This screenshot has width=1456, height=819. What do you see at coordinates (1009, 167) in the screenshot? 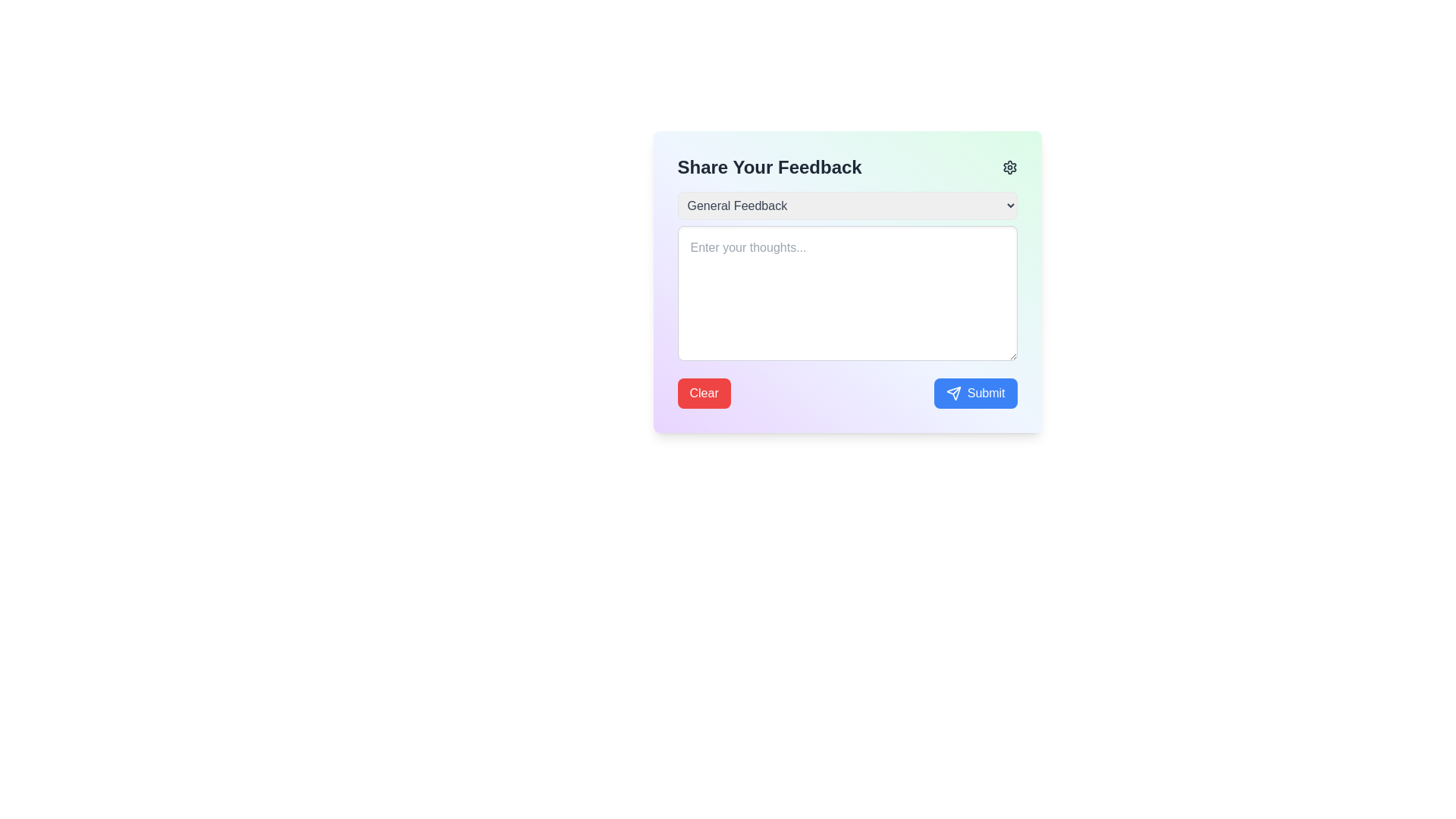
I see `the settings icon, which is a small cogwheel icon with a black outline located at the top-right corner of the 'Share Your Feedback' section` at bounding box center [1009, 167].